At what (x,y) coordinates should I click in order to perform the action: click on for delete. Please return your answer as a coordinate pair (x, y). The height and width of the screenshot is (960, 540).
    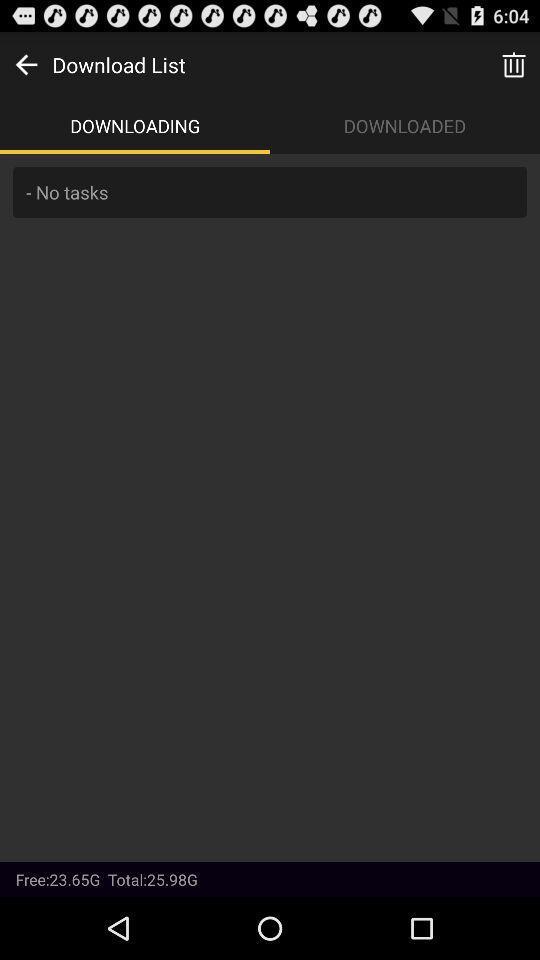
    Looking at the image, I should click on (513, 64).